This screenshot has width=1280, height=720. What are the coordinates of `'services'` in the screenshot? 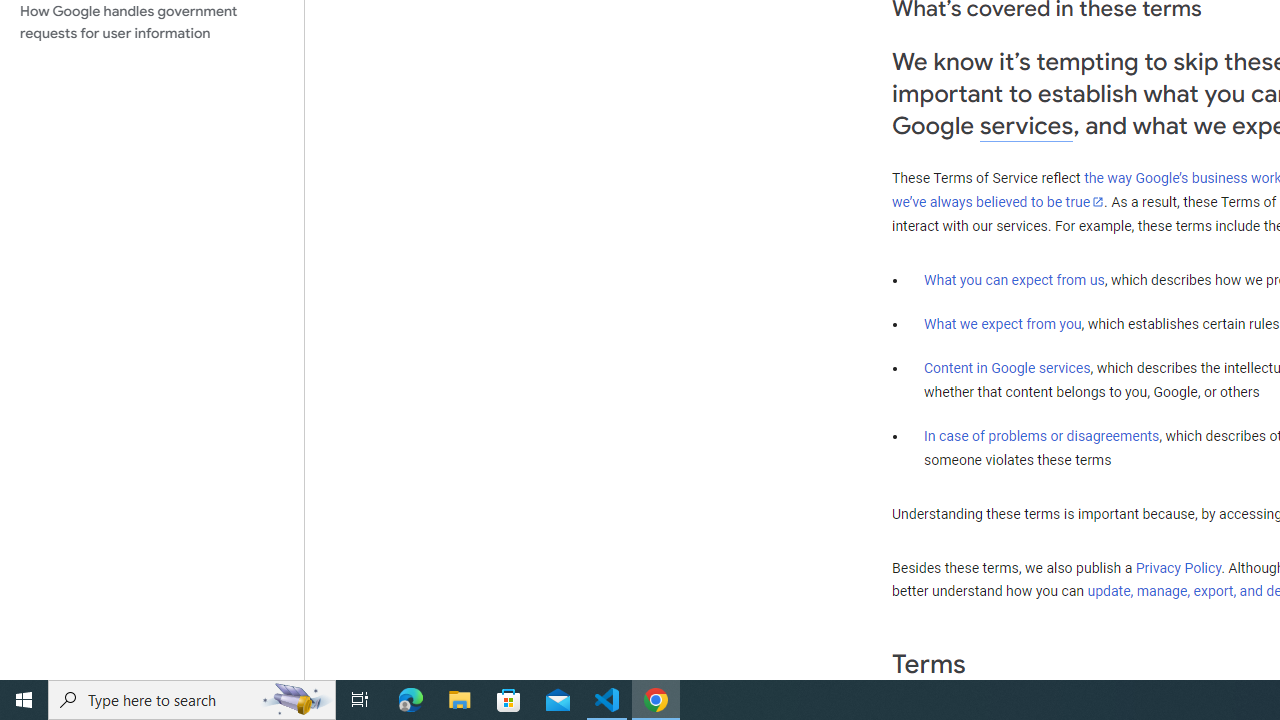 It's located at (1026, 125).